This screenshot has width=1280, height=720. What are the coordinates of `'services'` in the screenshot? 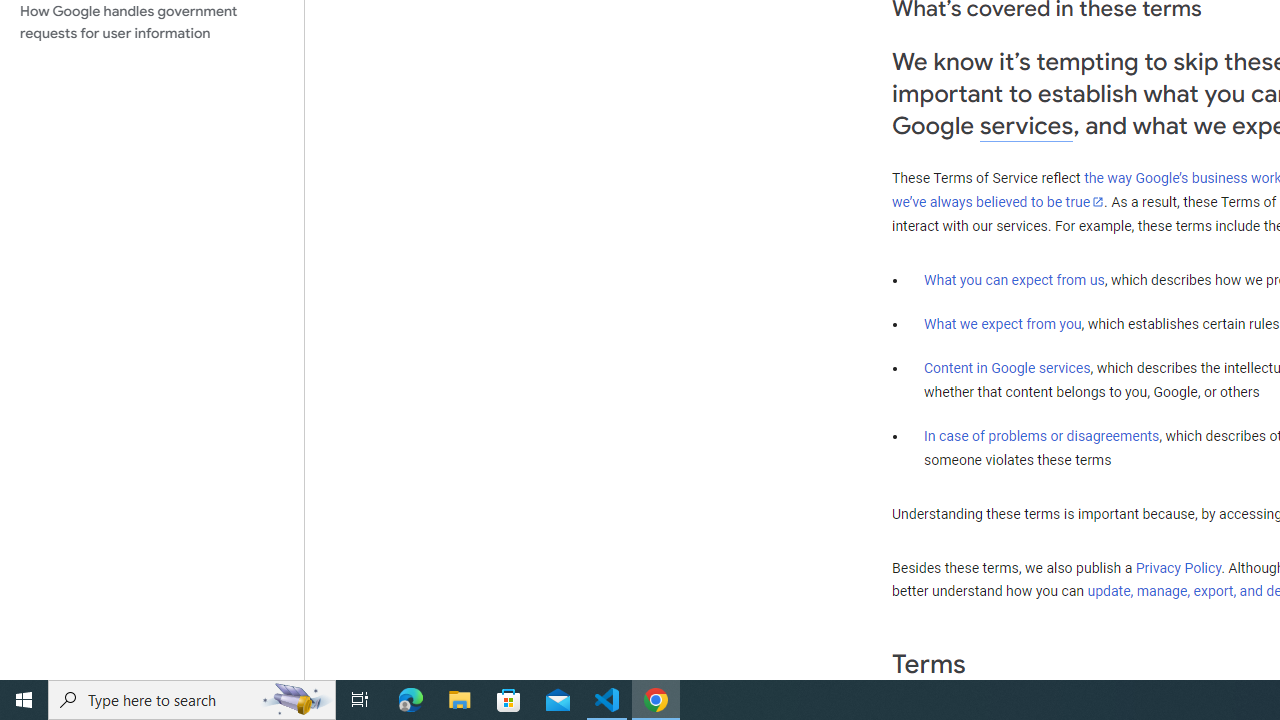 It's located at (1026, 125).